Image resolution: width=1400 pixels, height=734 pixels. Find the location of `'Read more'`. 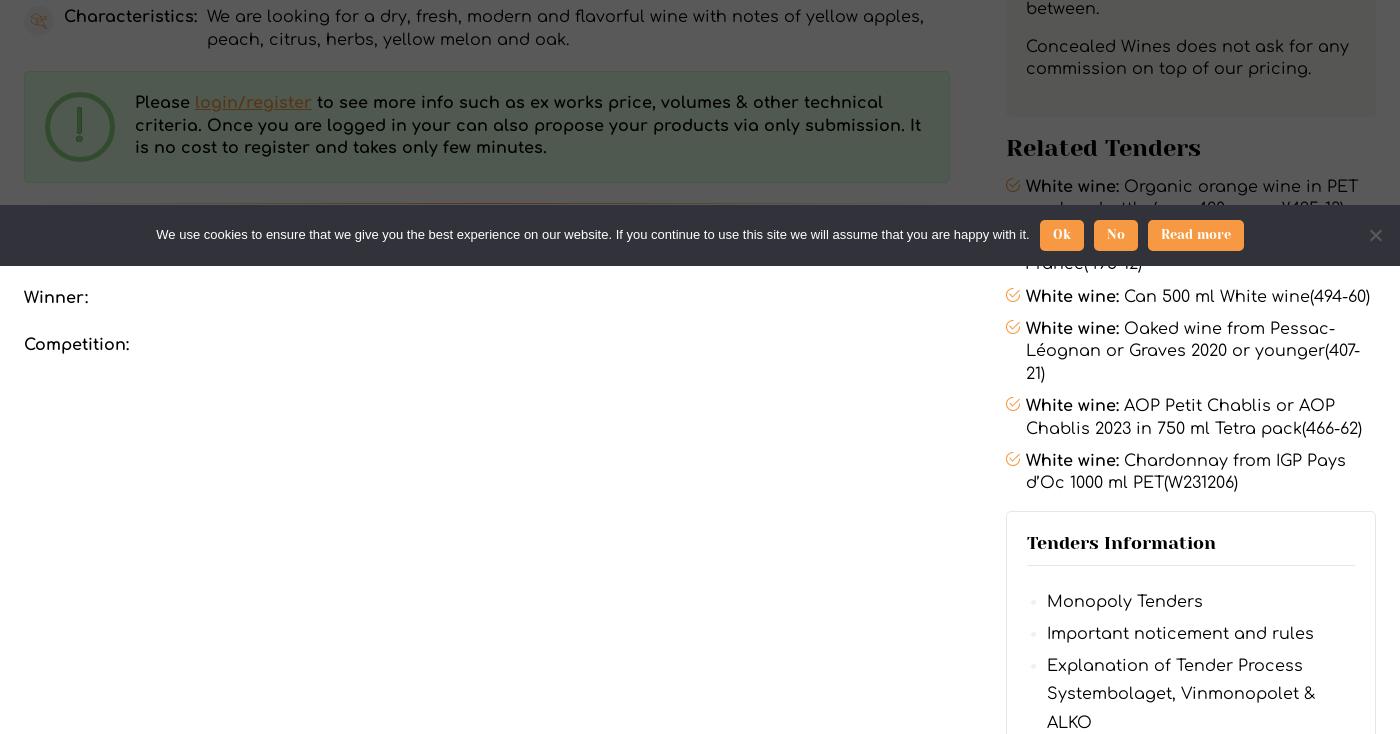

'Read more' is located at coordinates (1195, 234).